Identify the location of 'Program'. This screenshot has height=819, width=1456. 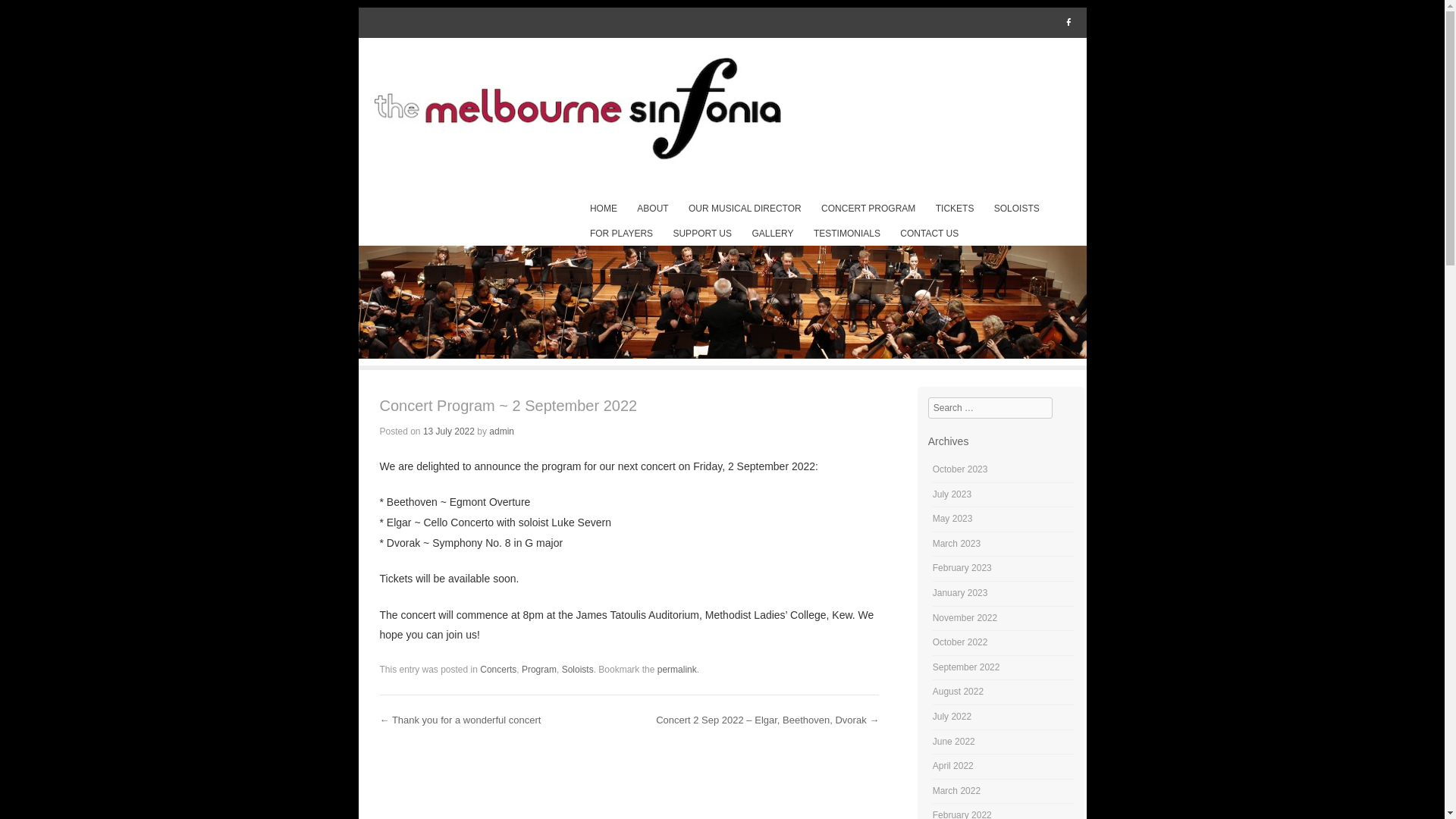
(538, 669).